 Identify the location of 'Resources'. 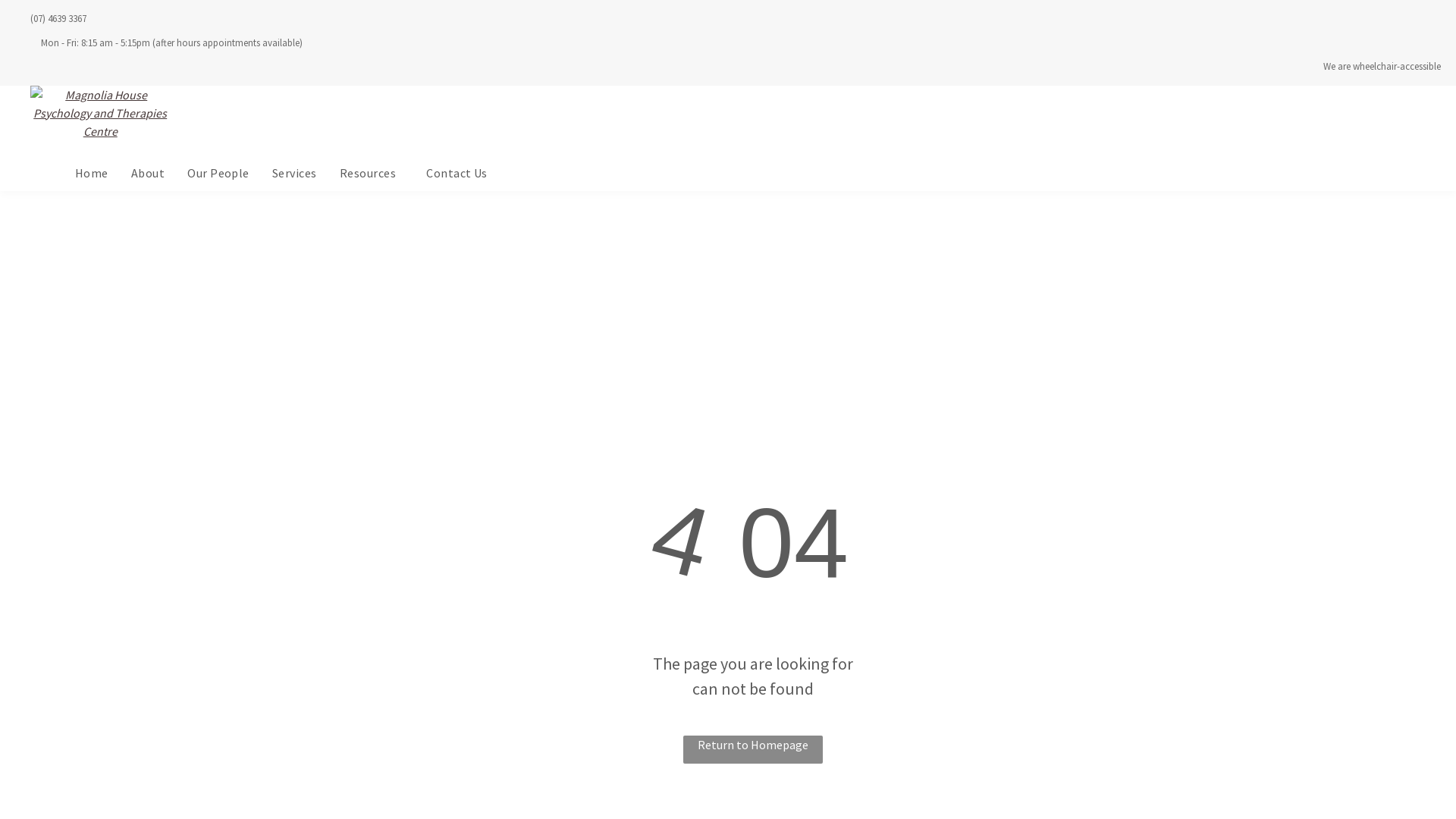
(371, 171).